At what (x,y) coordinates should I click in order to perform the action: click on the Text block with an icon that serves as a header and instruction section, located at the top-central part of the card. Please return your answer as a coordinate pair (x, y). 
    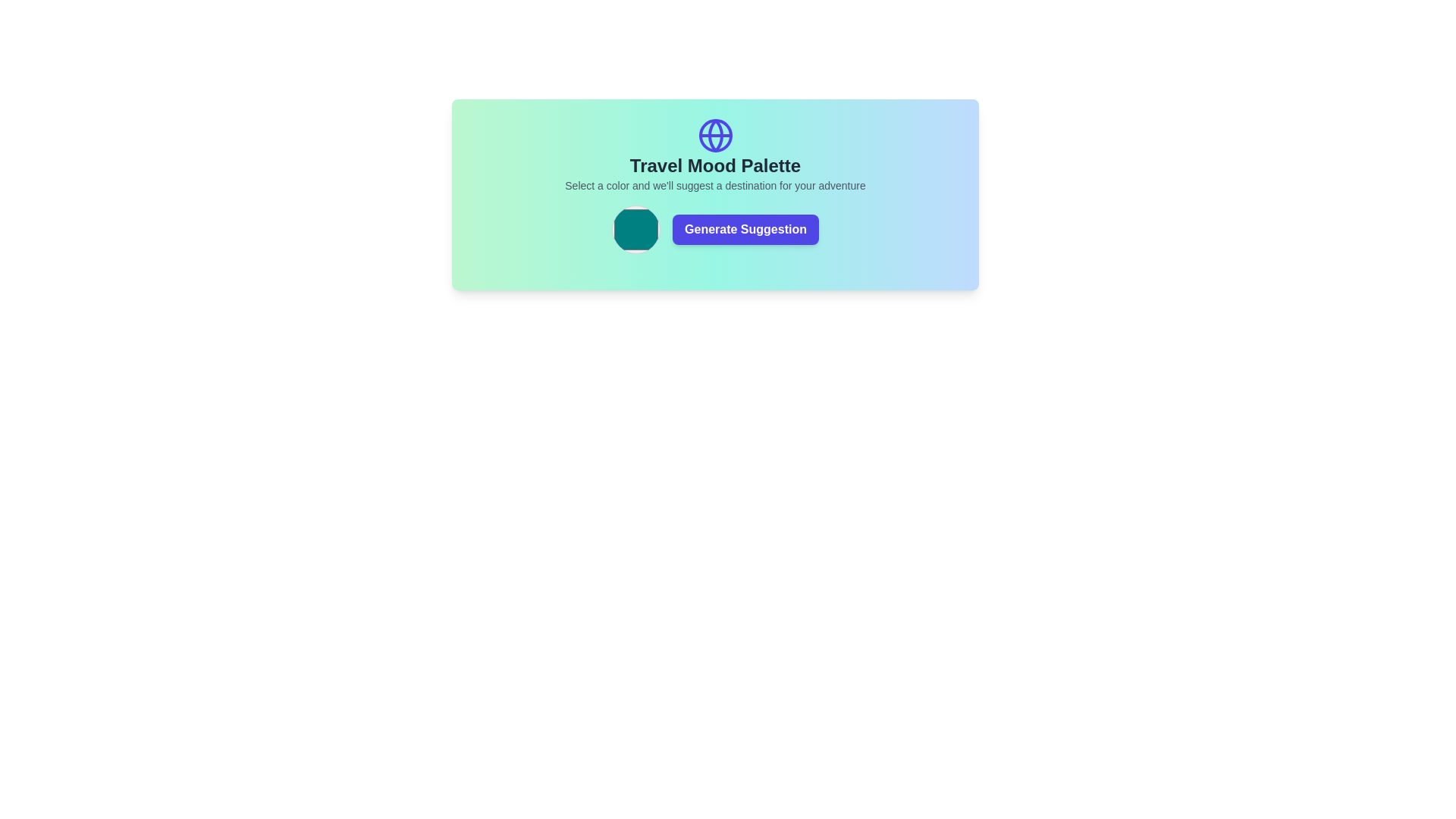
    Looking at the image, I should click on (714, 155).